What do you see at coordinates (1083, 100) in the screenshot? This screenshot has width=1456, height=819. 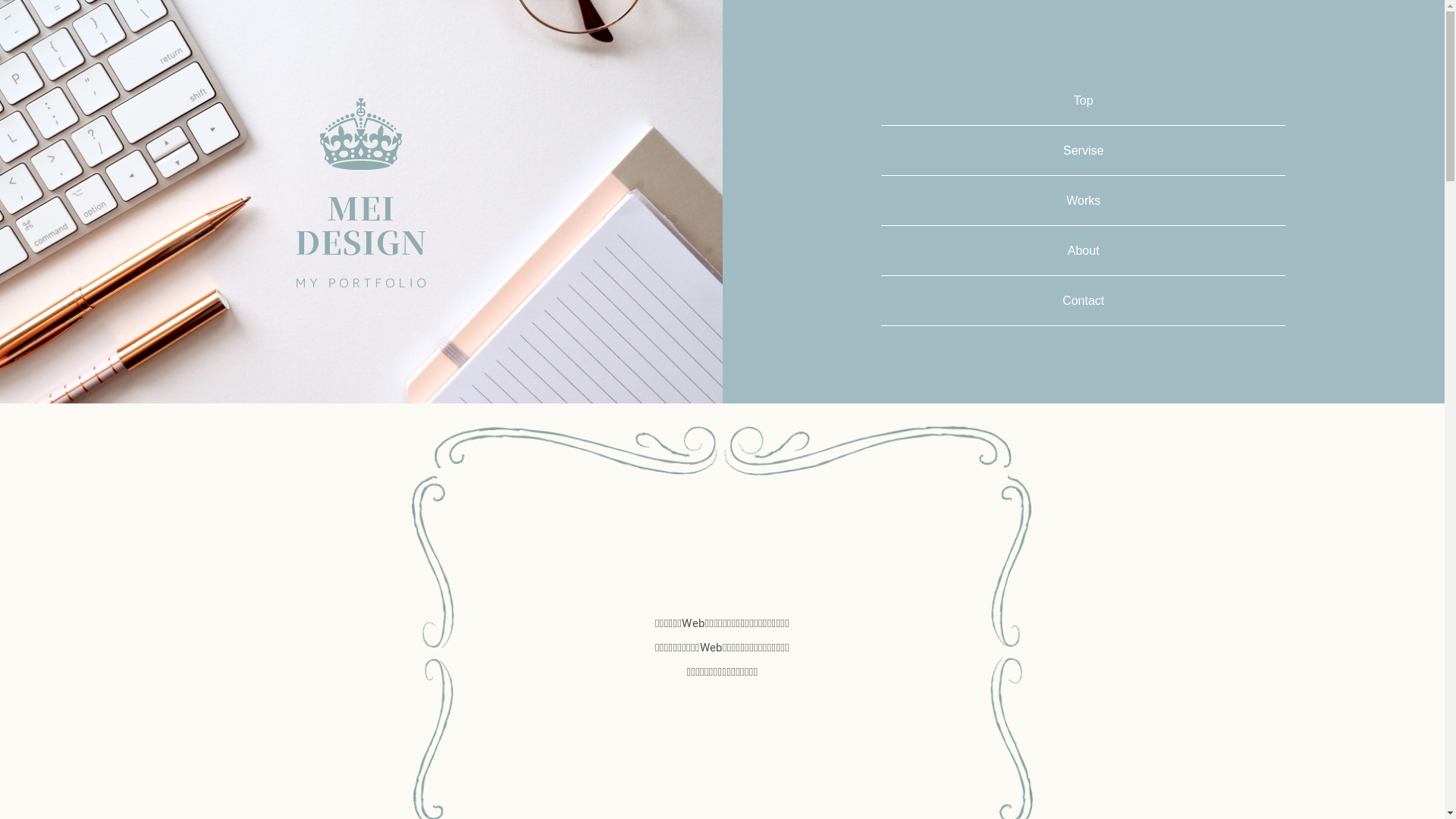 I see `'Top'` at bounding box center [1083, 100].